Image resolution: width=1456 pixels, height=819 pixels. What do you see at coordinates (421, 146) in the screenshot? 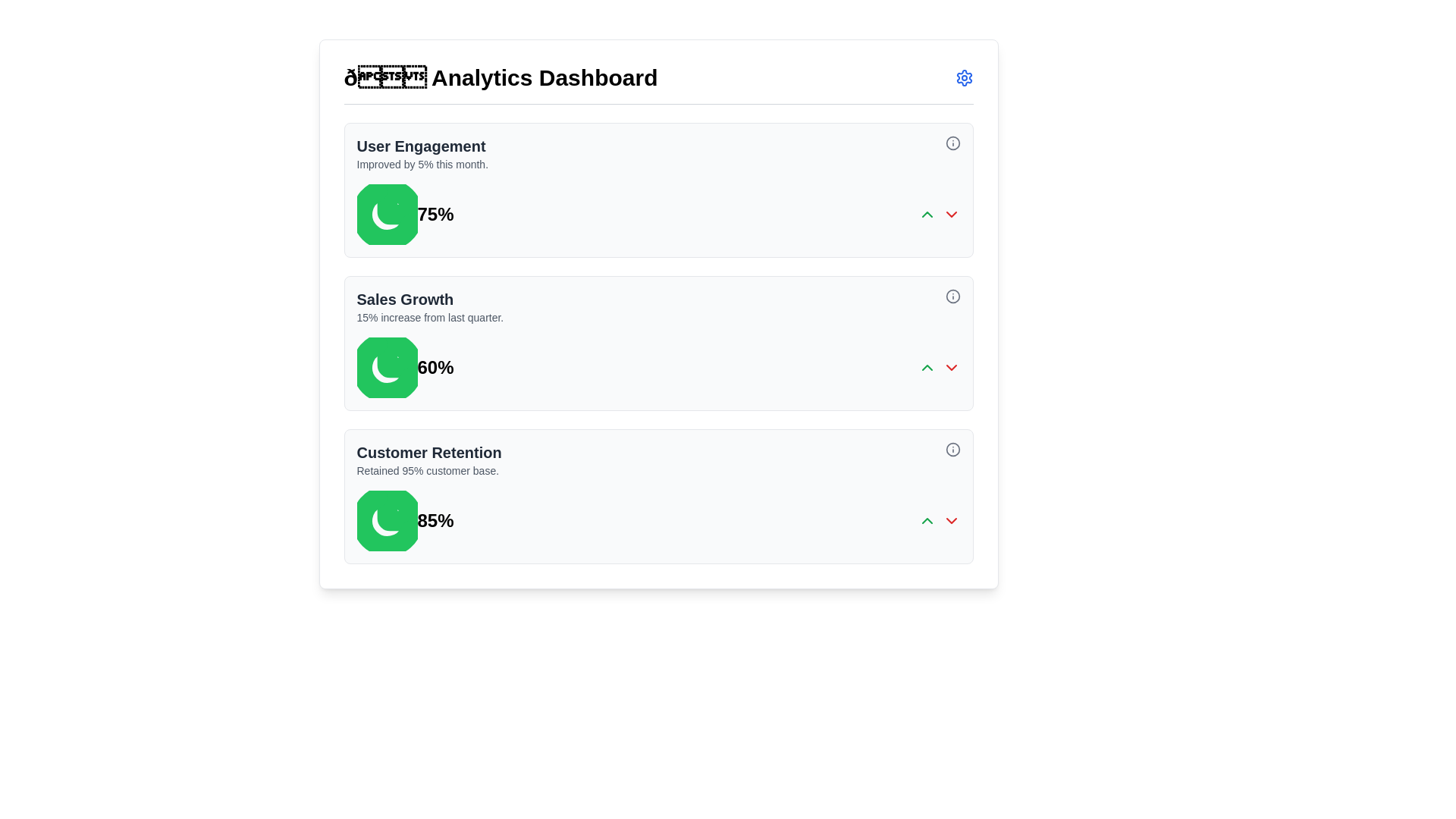
I see `the 'User Engagement' text header, which is displayed in bold and slightly larger font style at the top of the engagement metrics section` at bounding box center [421, 146].